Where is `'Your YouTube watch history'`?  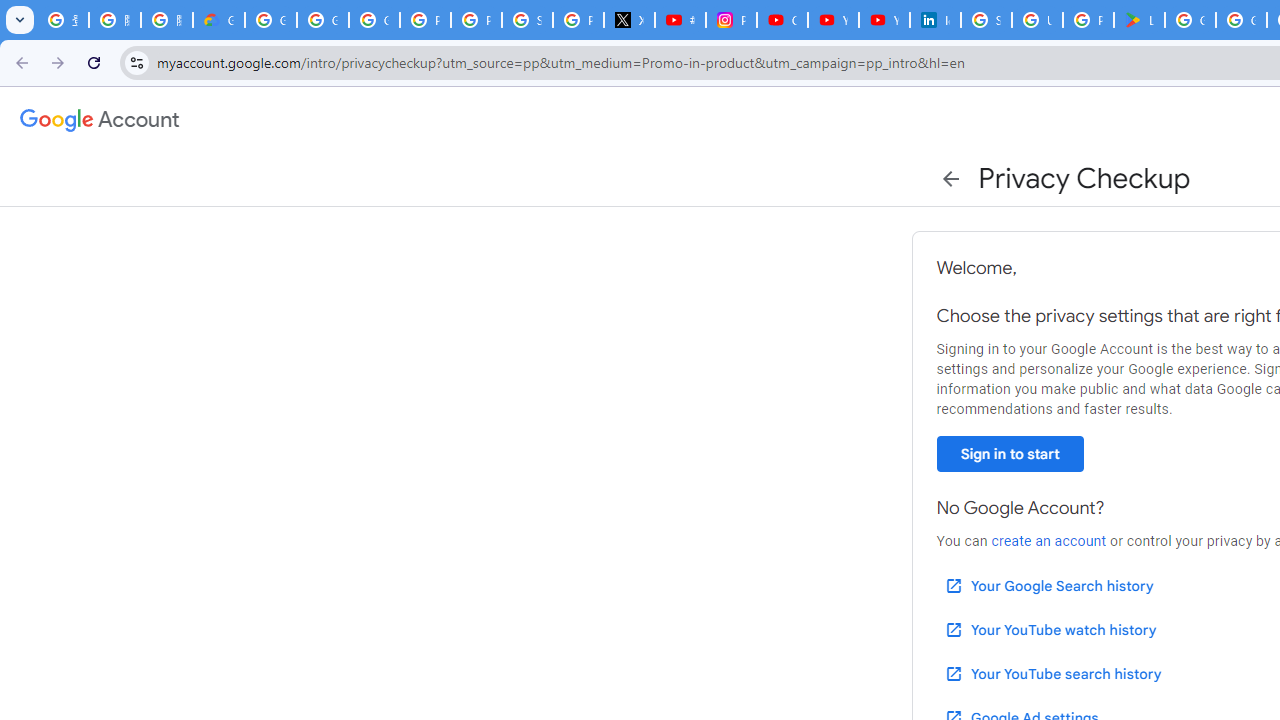
'Your YouTube watch history' is located at coordinates (1049, 630).